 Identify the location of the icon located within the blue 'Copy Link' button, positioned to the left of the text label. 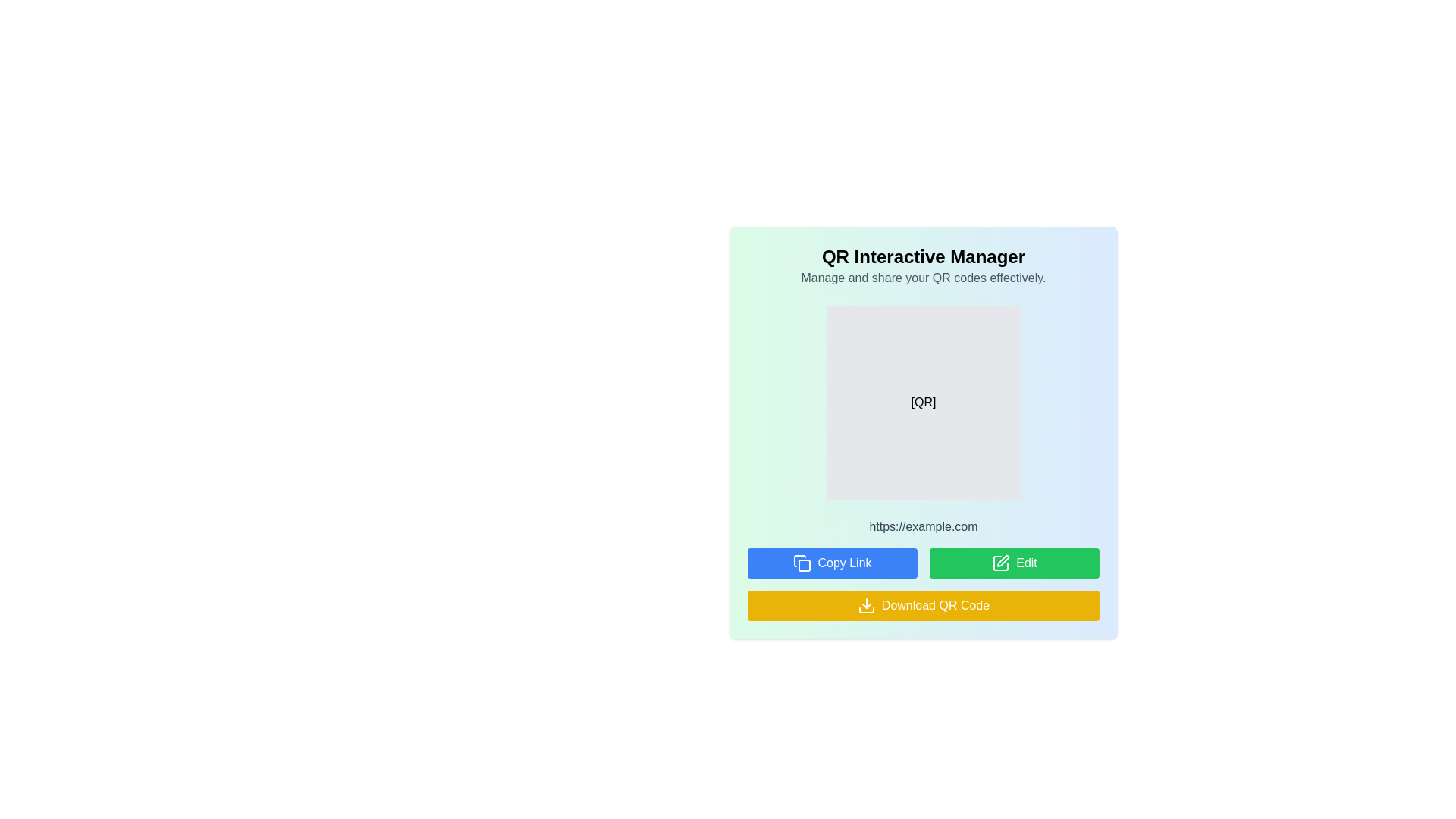
(802, 563).